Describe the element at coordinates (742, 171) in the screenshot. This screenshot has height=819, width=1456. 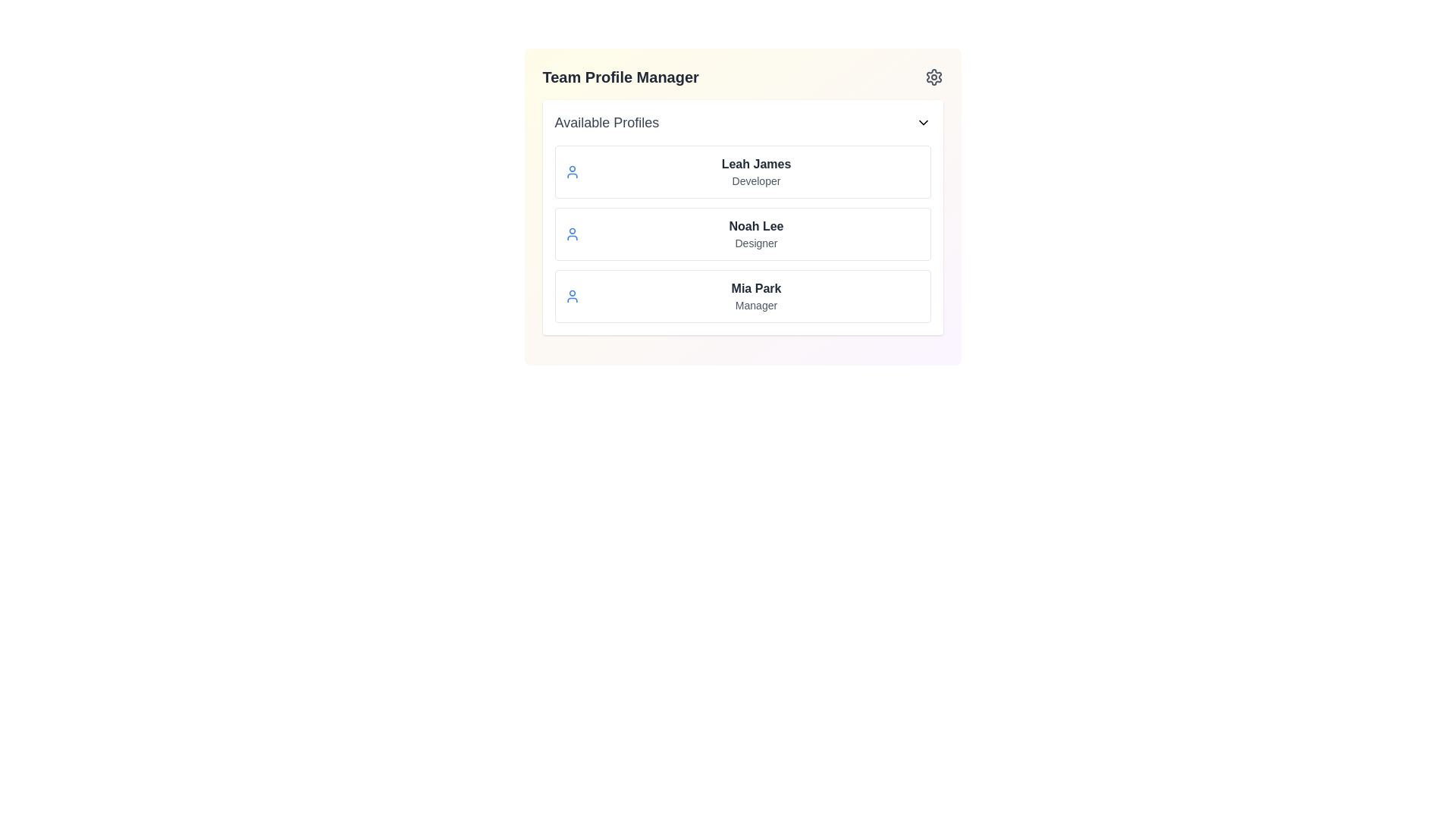
I see `the topmost card in the 'Available Profiles' section of the 'Team Profile Manager'` at that location.